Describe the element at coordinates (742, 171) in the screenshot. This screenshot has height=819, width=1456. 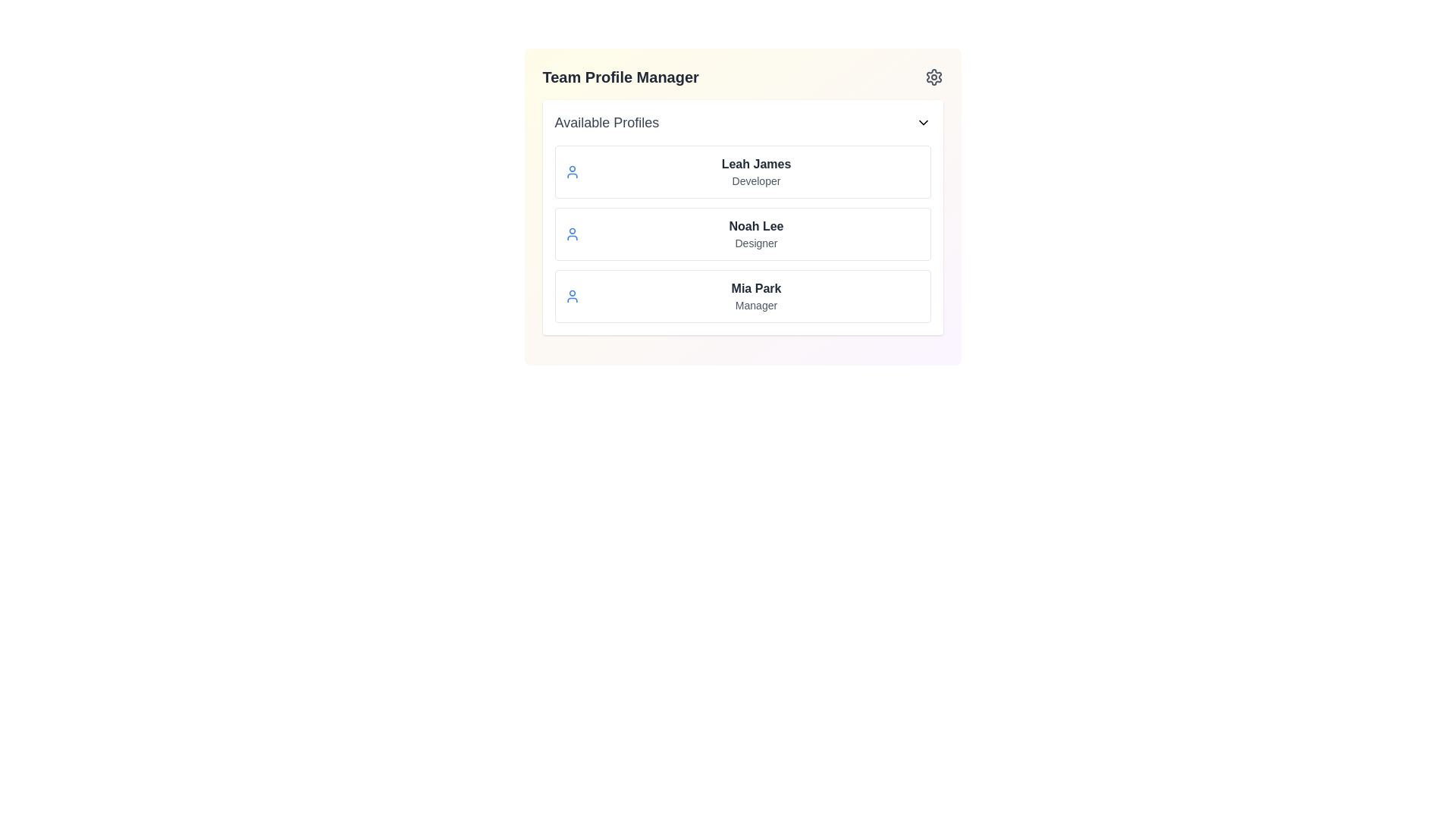
I see `the topmost card in the 'Available Profiles' section of the 'Team Profile Manager'` at that location.